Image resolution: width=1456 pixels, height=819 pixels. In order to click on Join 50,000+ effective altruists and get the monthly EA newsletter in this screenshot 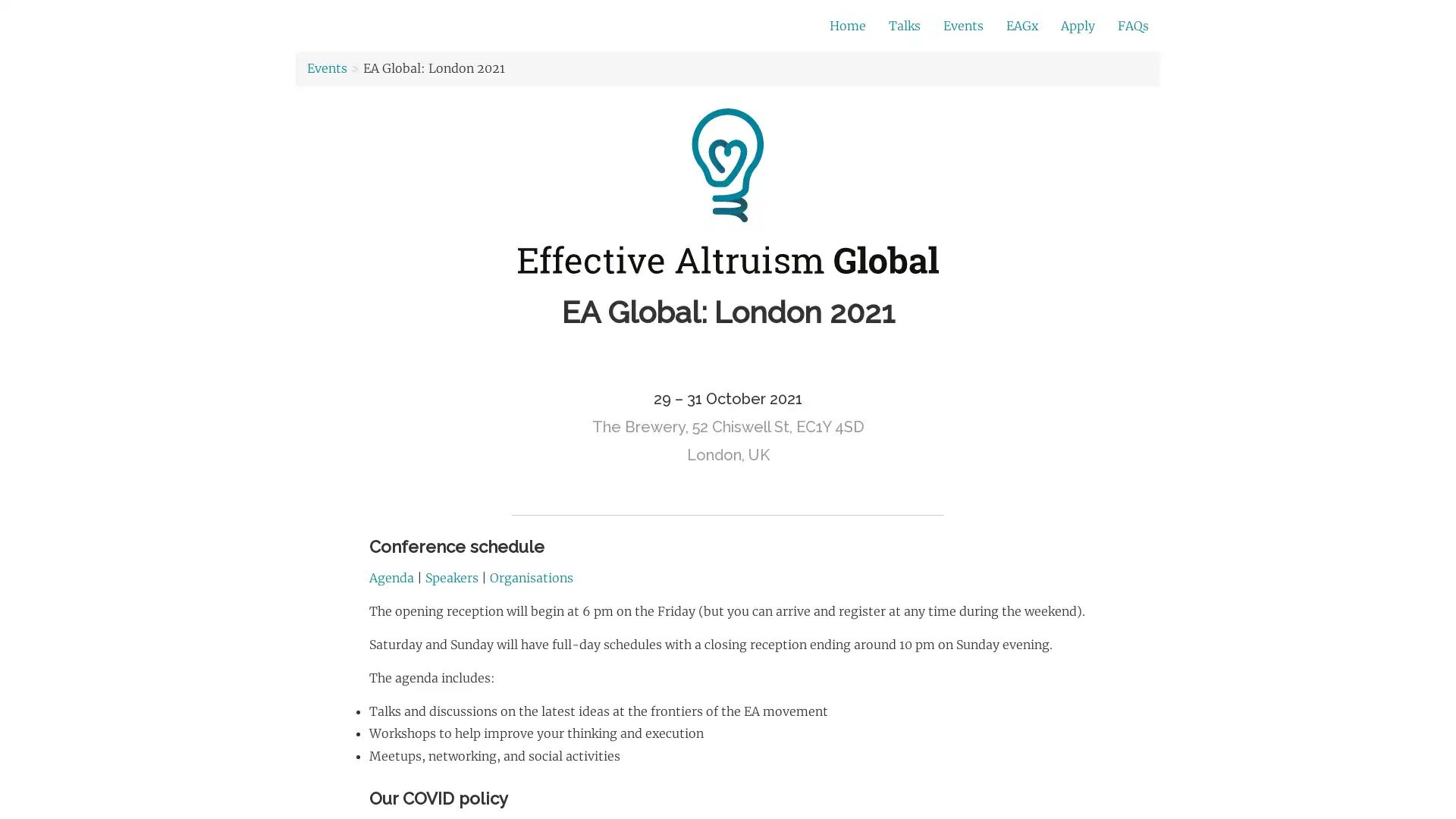, I will do `click(618, 26)`.